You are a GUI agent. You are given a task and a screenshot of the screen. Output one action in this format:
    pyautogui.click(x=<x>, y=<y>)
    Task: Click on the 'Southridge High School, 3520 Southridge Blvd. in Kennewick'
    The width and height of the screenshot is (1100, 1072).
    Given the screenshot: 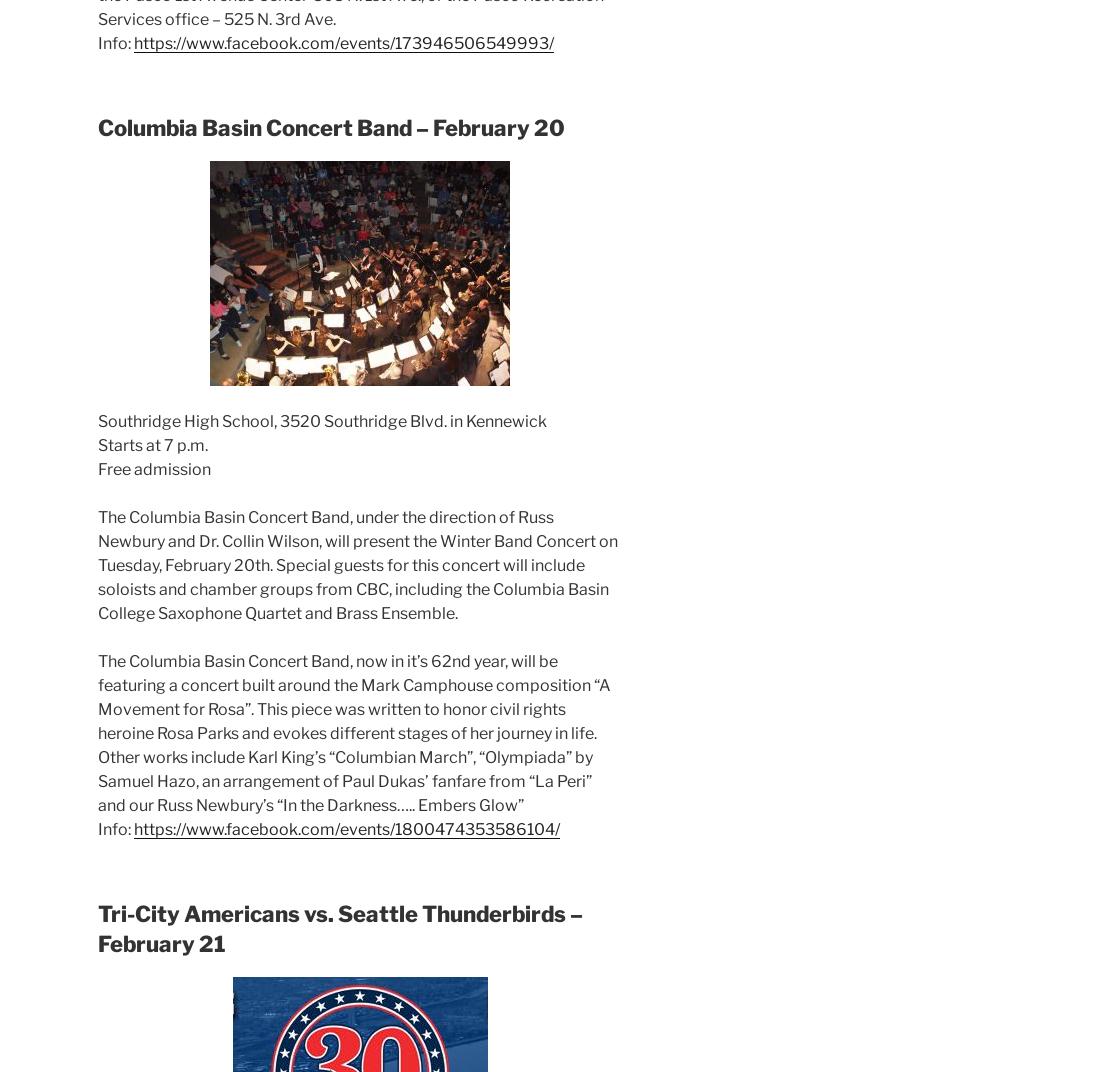 What is the action you would take?
    pyautogui.click(x=321, y=419)
    